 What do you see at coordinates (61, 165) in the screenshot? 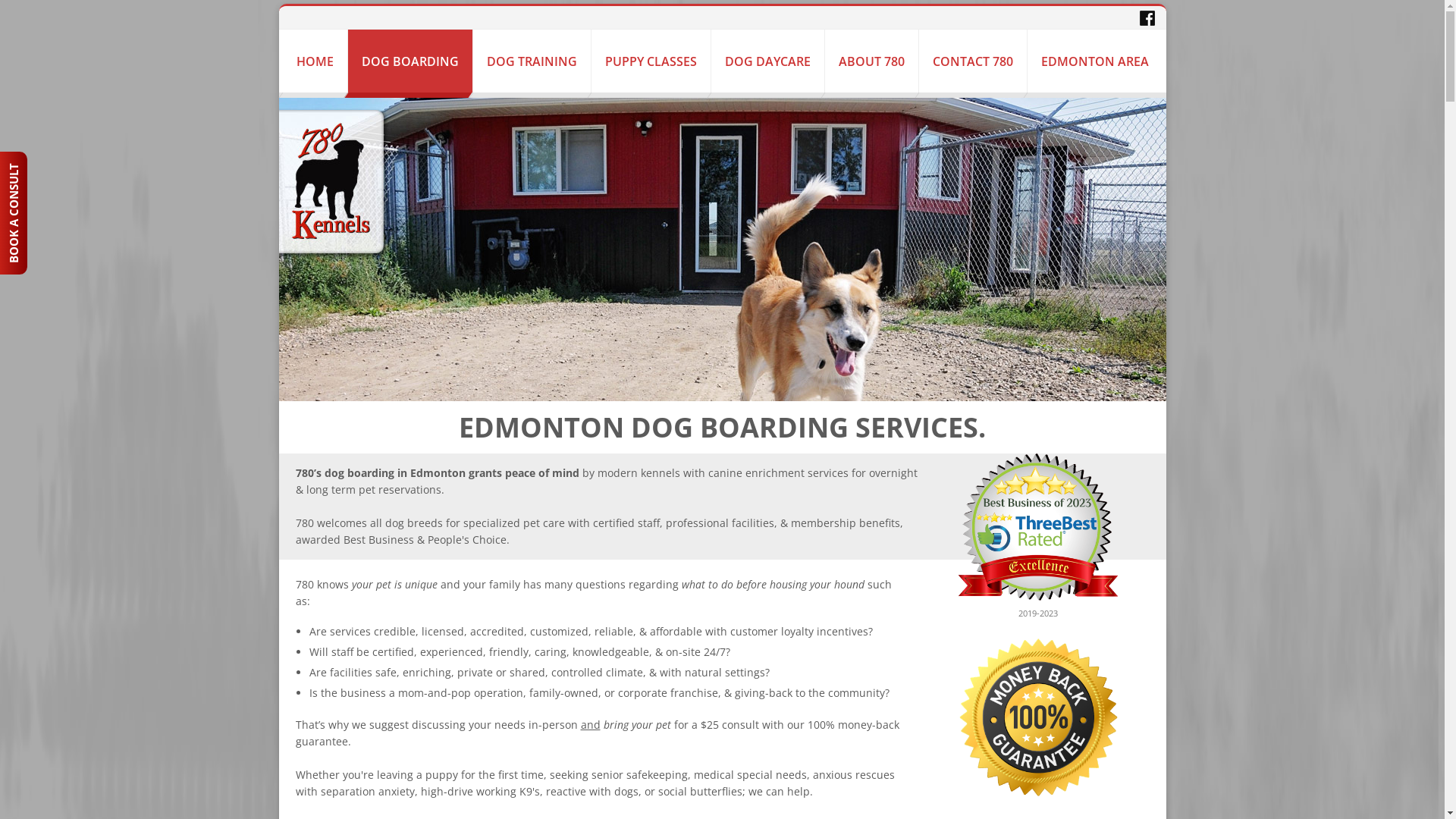
I see `'BOOK A CONSULT'` at bounding box center [61, 165].